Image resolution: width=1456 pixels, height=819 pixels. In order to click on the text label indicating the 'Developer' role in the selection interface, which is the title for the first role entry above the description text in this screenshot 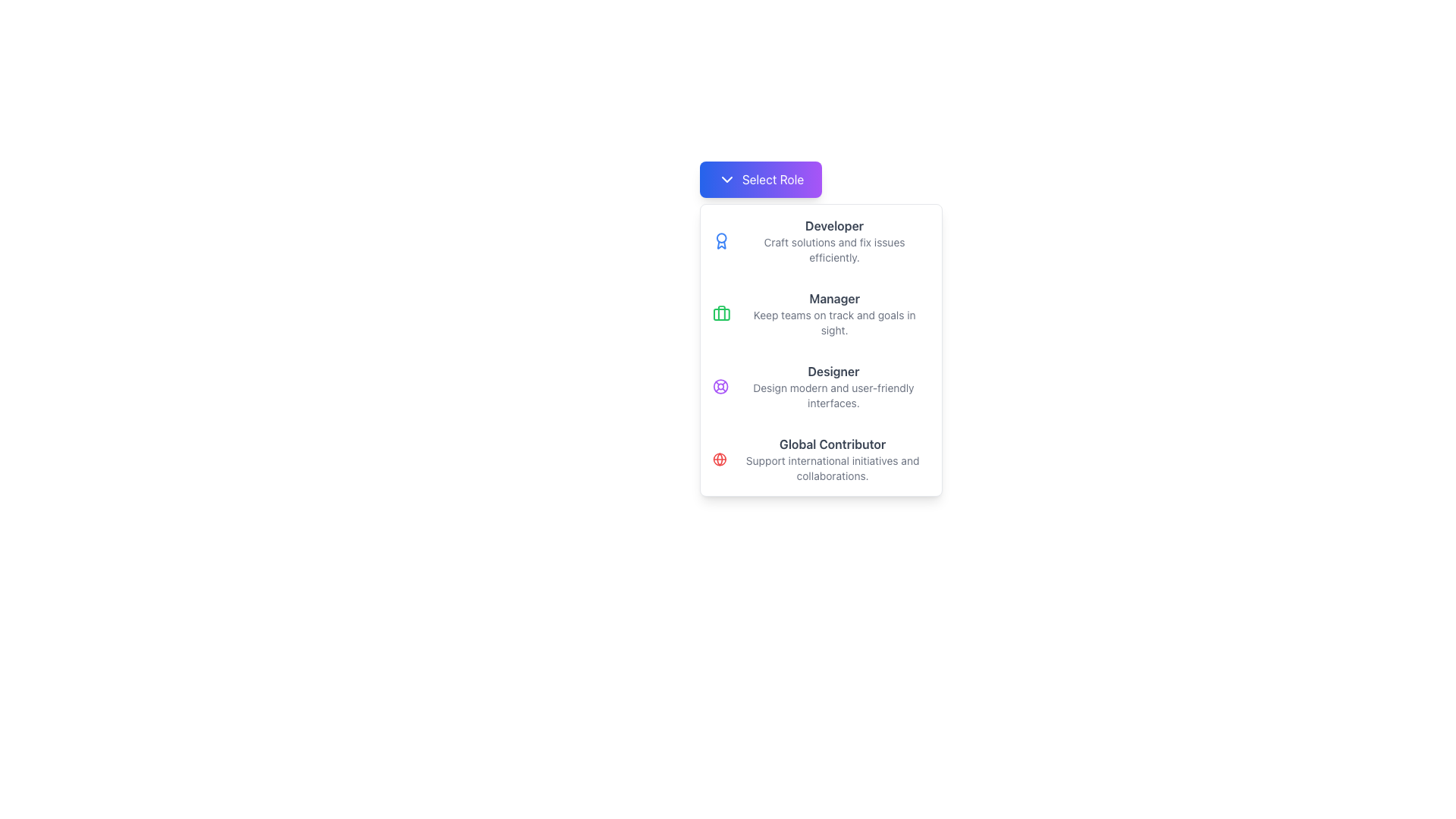, I will do `click(833, 225)`.